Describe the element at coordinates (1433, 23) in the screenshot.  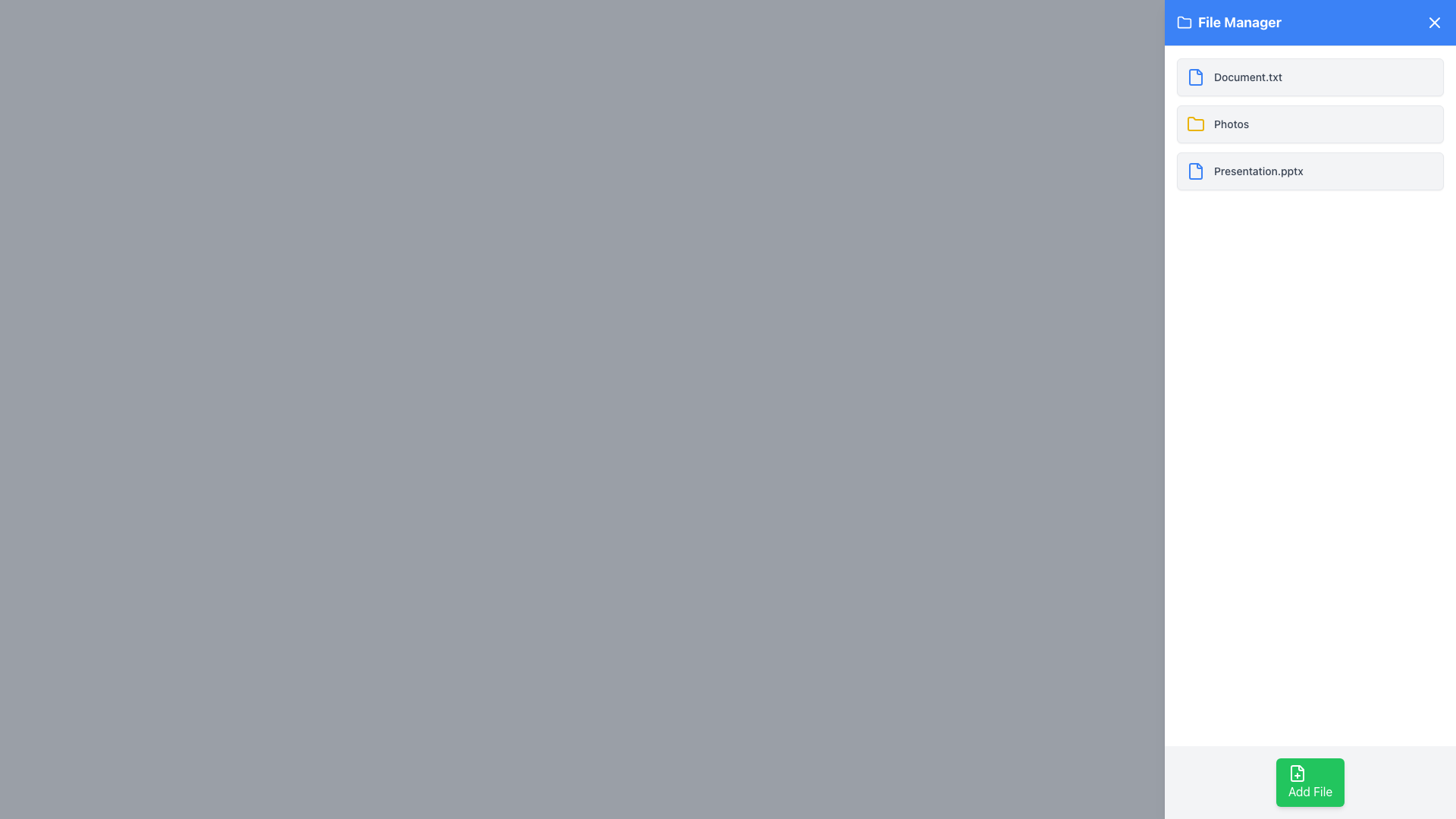
I see `the compact square-shaped button with a white 'X' symbol located in the top-right corner of the blue header bar labeled 'File Manager'` at that location.